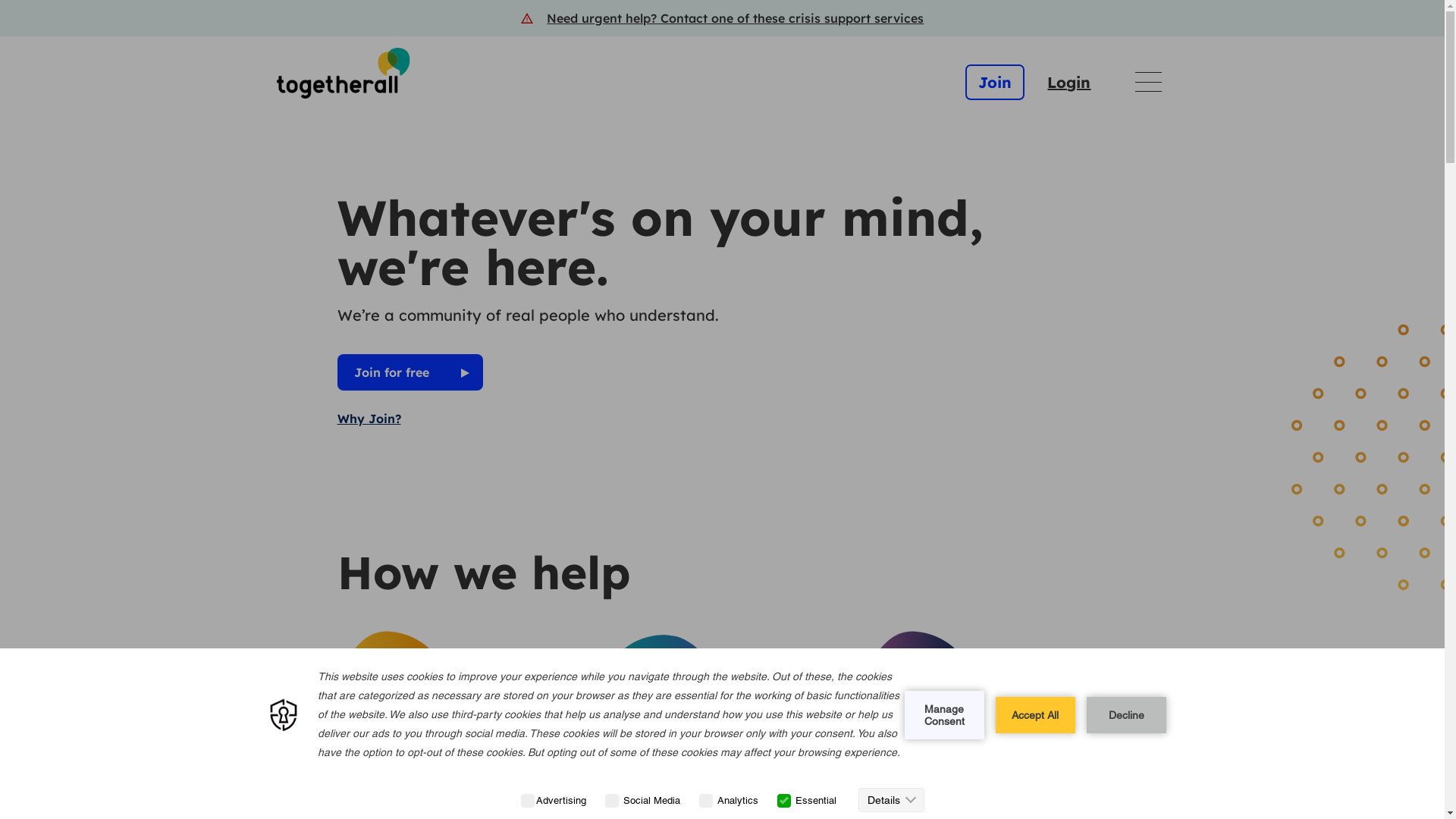 This screenshot has height=819, width=1456. Describe the element at coordinates (994, 82) in the screenshot. I see `'Join'` at that location.